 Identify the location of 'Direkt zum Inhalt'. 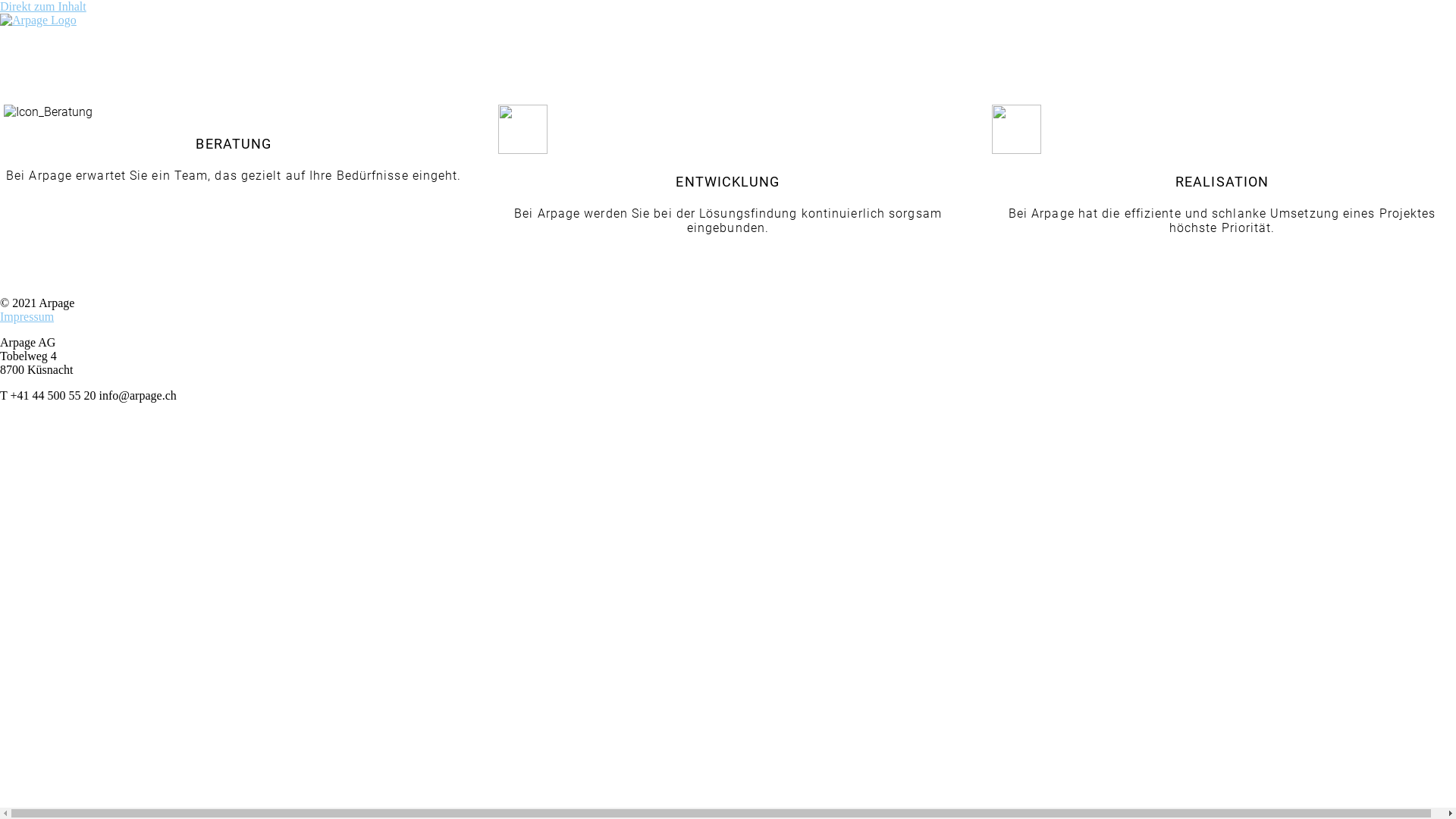
(43, 6).